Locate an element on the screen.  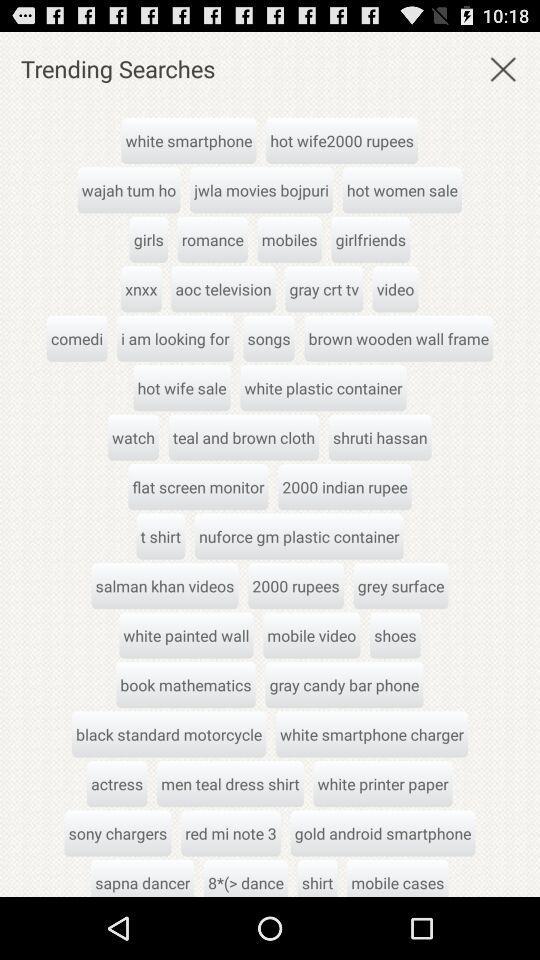
page is located at coordinates (502, 68).